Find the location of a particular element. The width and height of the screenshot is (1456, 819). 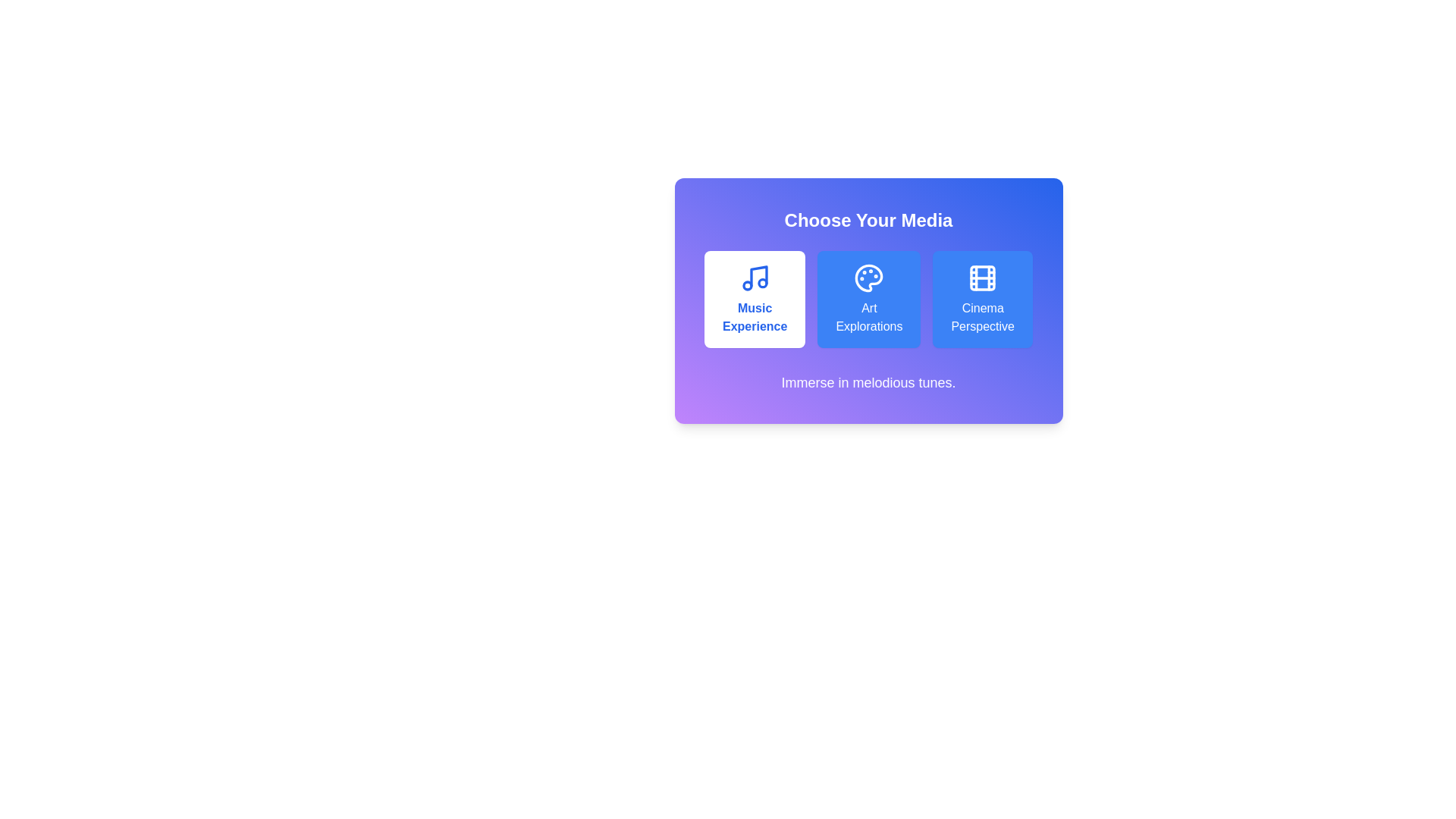

the media option Cinema Perspective by clicking its corresponding button is located at coordinates (983, 299).